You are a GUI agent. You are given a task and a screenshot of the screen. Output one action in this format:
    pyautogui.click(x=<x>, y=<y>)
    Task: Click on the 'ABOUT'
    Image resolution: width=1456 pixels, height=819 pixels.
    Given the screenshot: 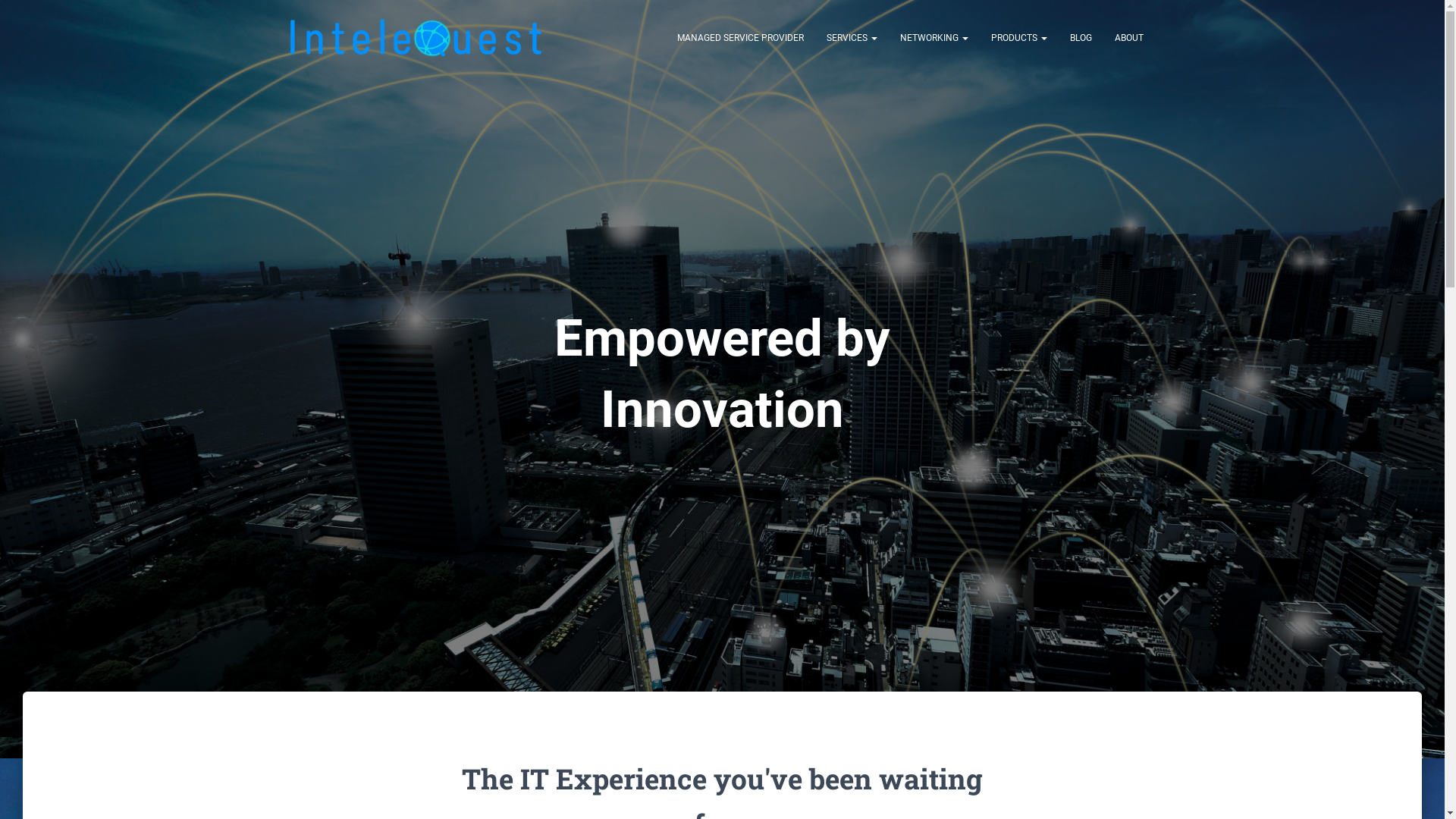 What is the action you would take?
    pyautogui.click(x=1128, y=37)
    